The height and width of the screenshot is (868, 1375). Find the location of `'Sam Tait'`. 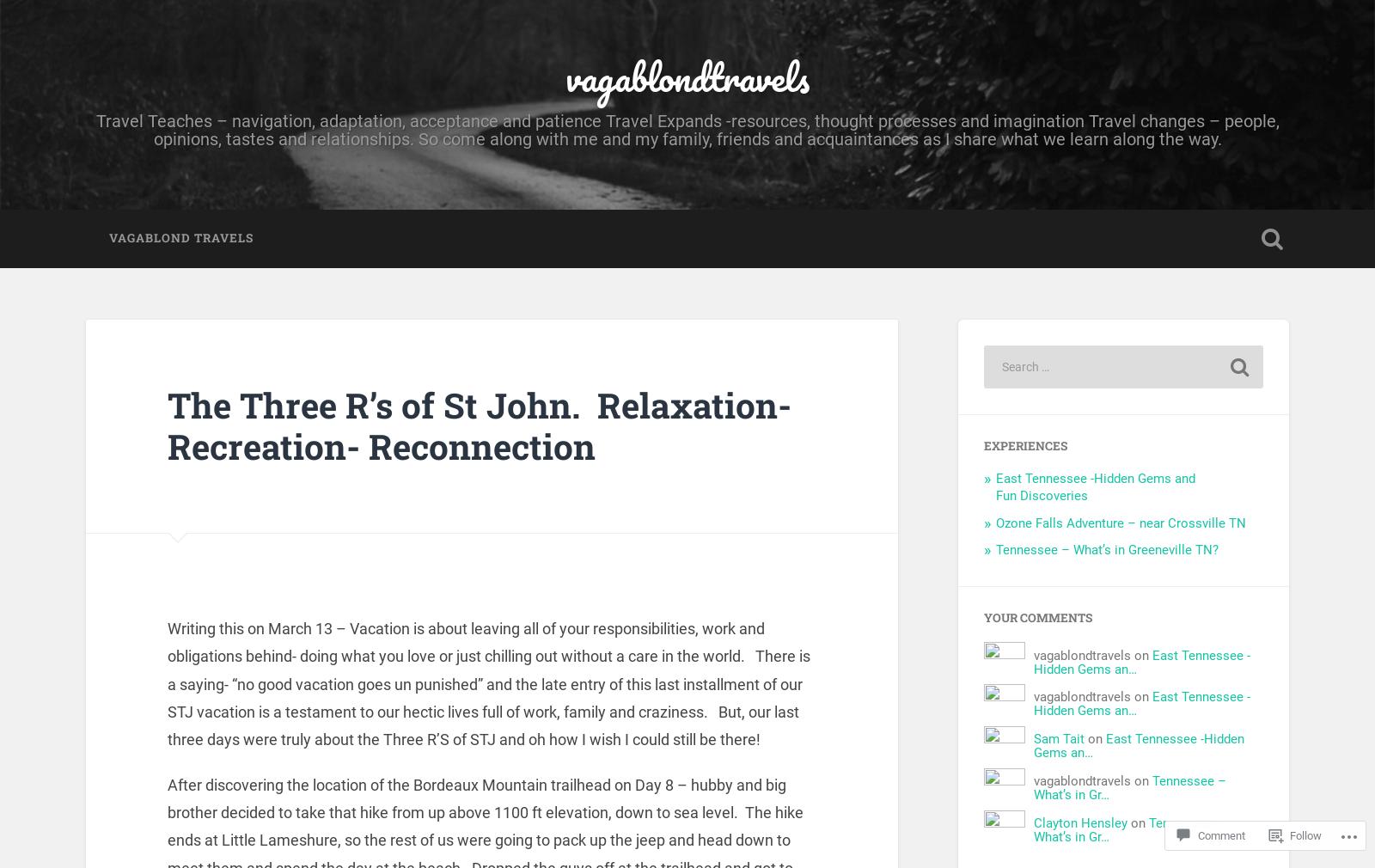

'Sam Tait' is located at coordinates (1058, 739).